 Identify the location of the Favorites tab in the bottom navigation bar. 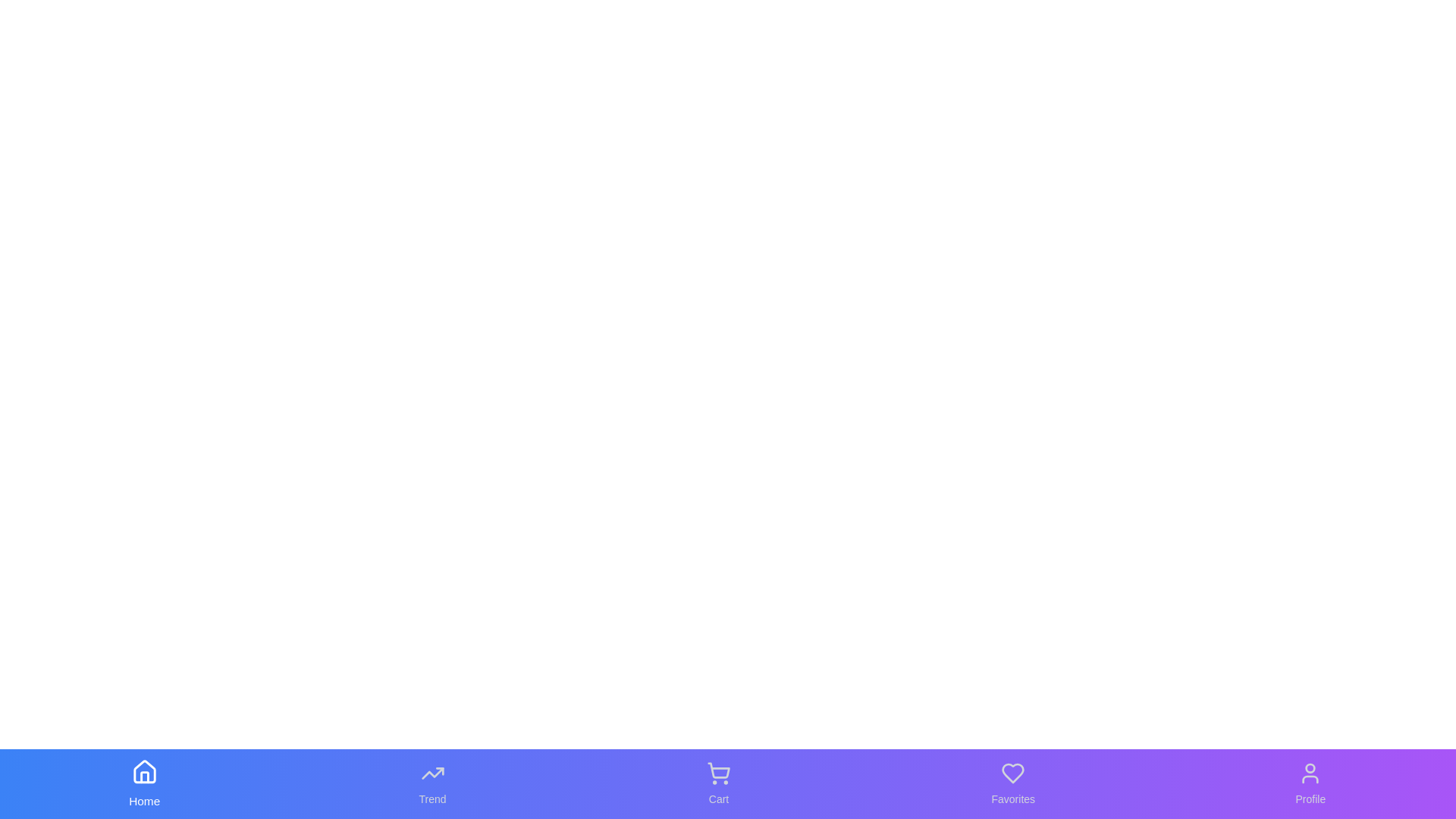
(1012, 783).